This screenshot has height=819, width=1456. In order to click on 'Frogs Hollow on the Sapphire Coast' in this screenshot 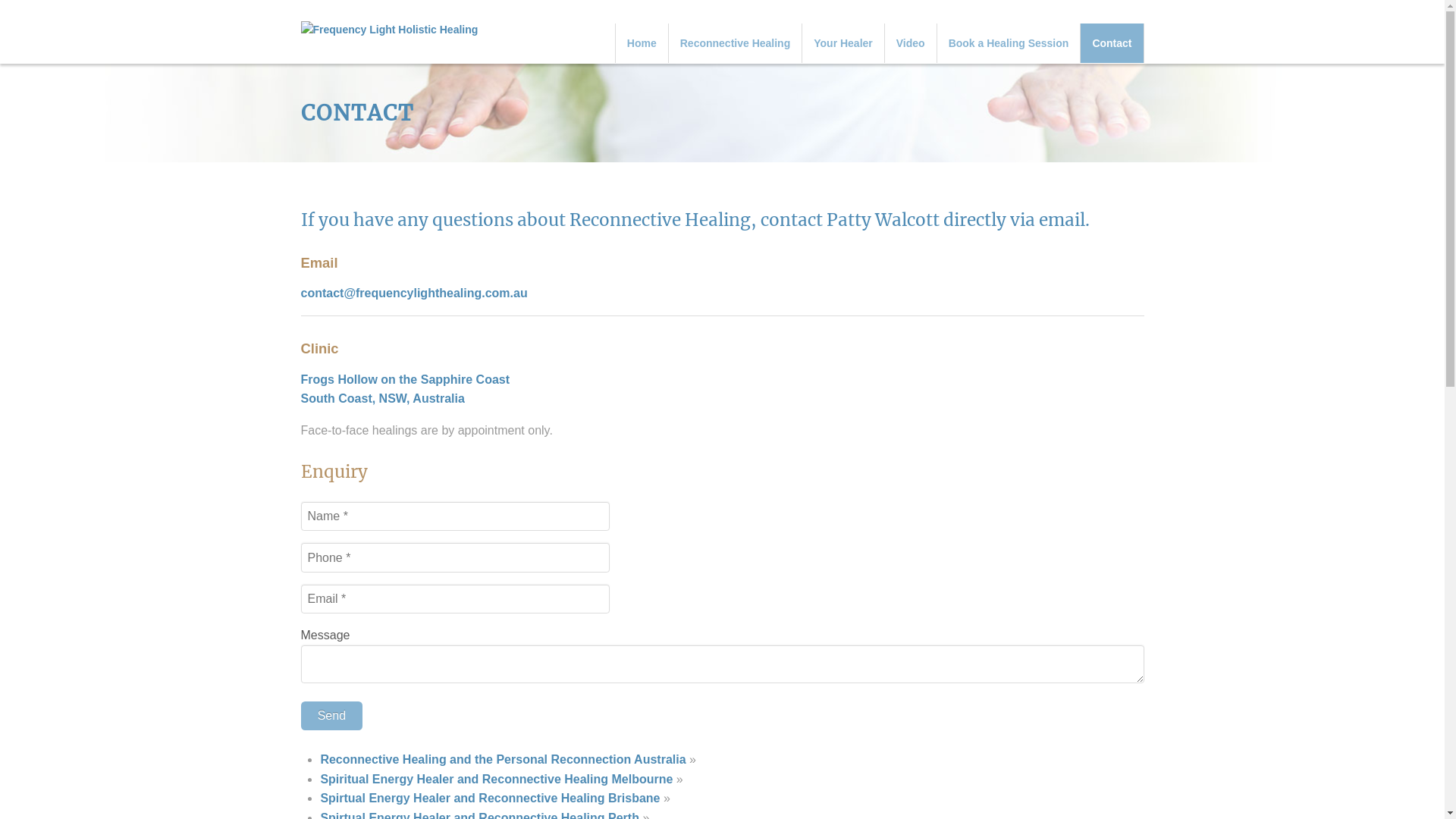, I will do `click(404, 378)`.